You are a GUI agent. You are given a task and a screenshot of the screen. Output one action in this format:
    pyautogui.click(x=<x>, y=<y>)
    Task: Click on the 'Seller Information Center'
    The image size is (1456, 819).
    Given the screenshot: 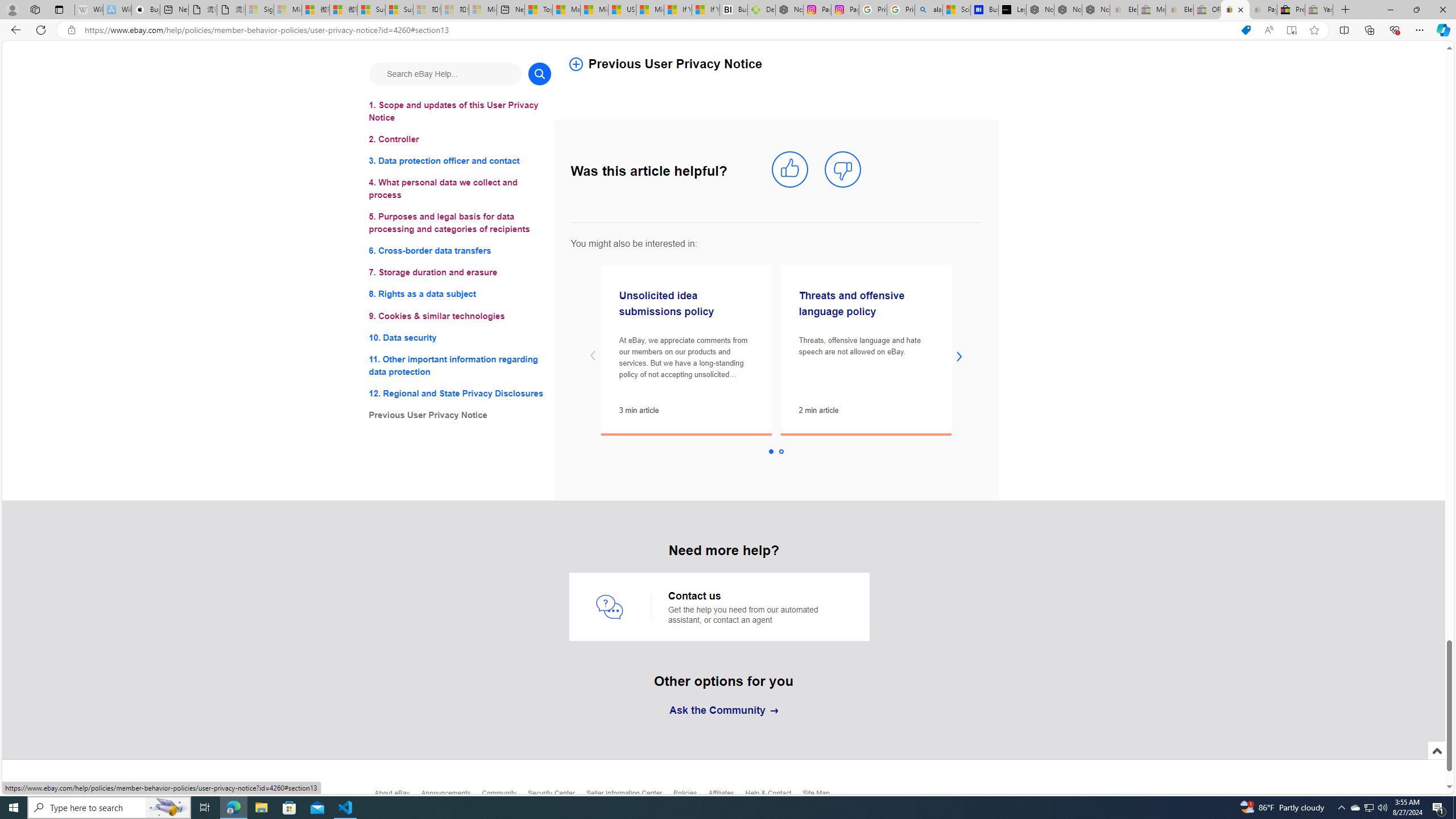 What is the action you would take?
    pyautogui.click(x=629, y=795)
    